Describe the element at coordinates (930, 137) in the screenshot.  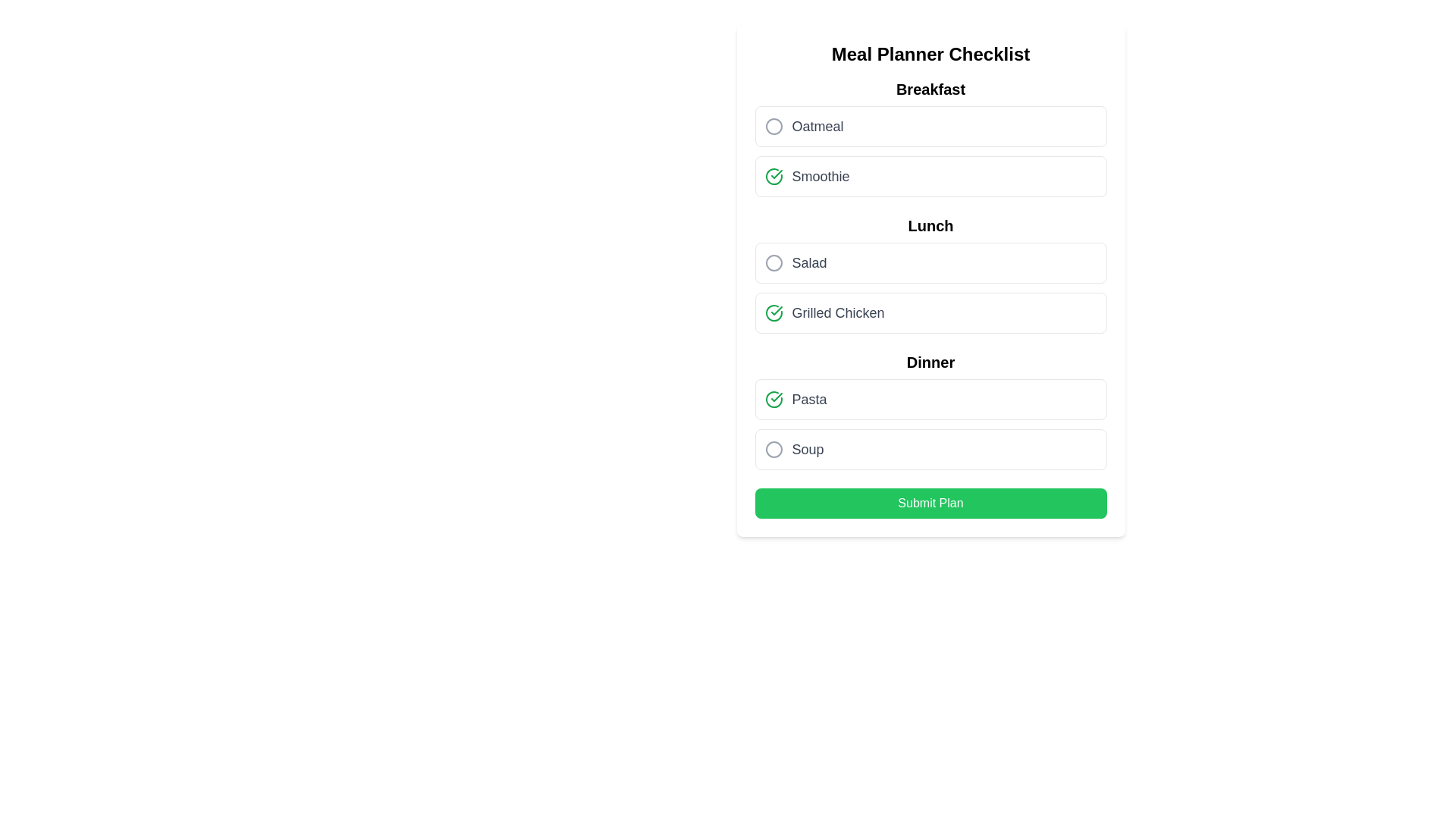
I see `the checkbox next to 'Oatmeal' in the 'Breakfast' section of the Meal Planner Checklist` at that location.